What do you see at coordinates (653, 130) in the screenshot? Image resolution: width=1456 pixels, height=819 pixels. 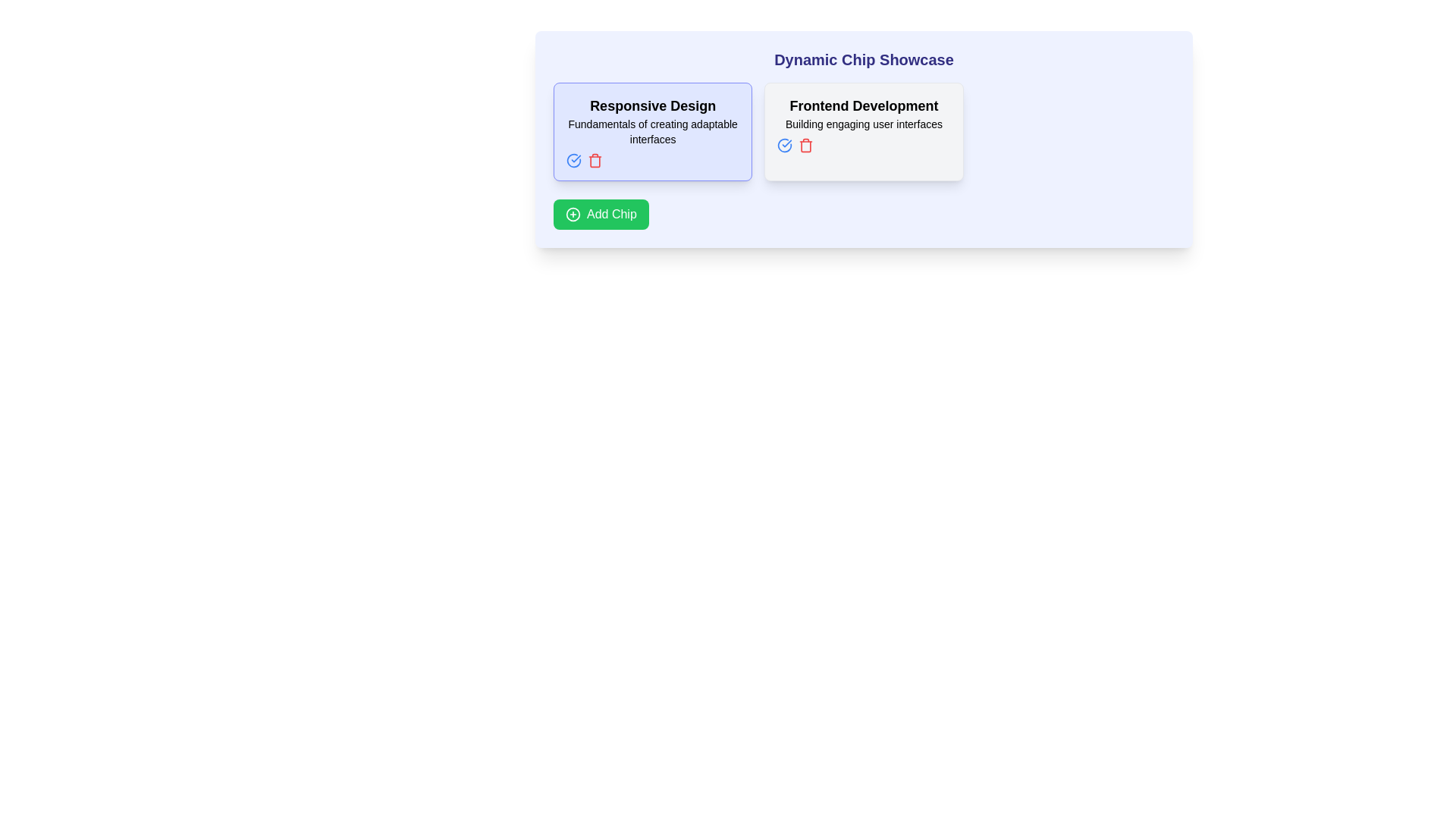 I see `the static text label displaying 'Fundamentals of creating adaptable interfaces' which is centrally aligned within its light indigo-colored card, positioned below 'Responsive Design'` at bounding box center [653, 130].